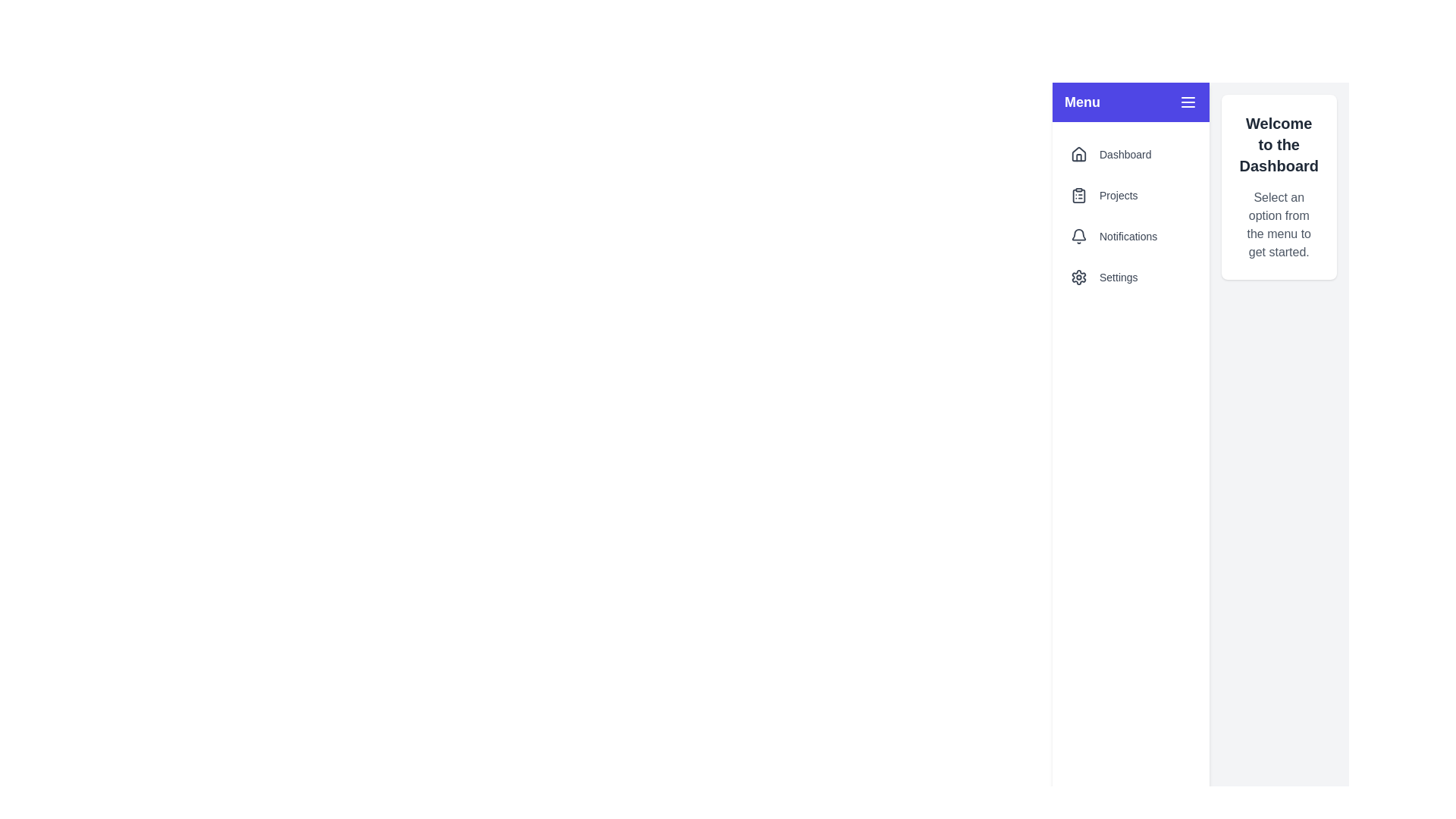  Describe the element at coordinates (1131, 237) in the screenshot. I see `the menu item labeled Notifications` at that location.